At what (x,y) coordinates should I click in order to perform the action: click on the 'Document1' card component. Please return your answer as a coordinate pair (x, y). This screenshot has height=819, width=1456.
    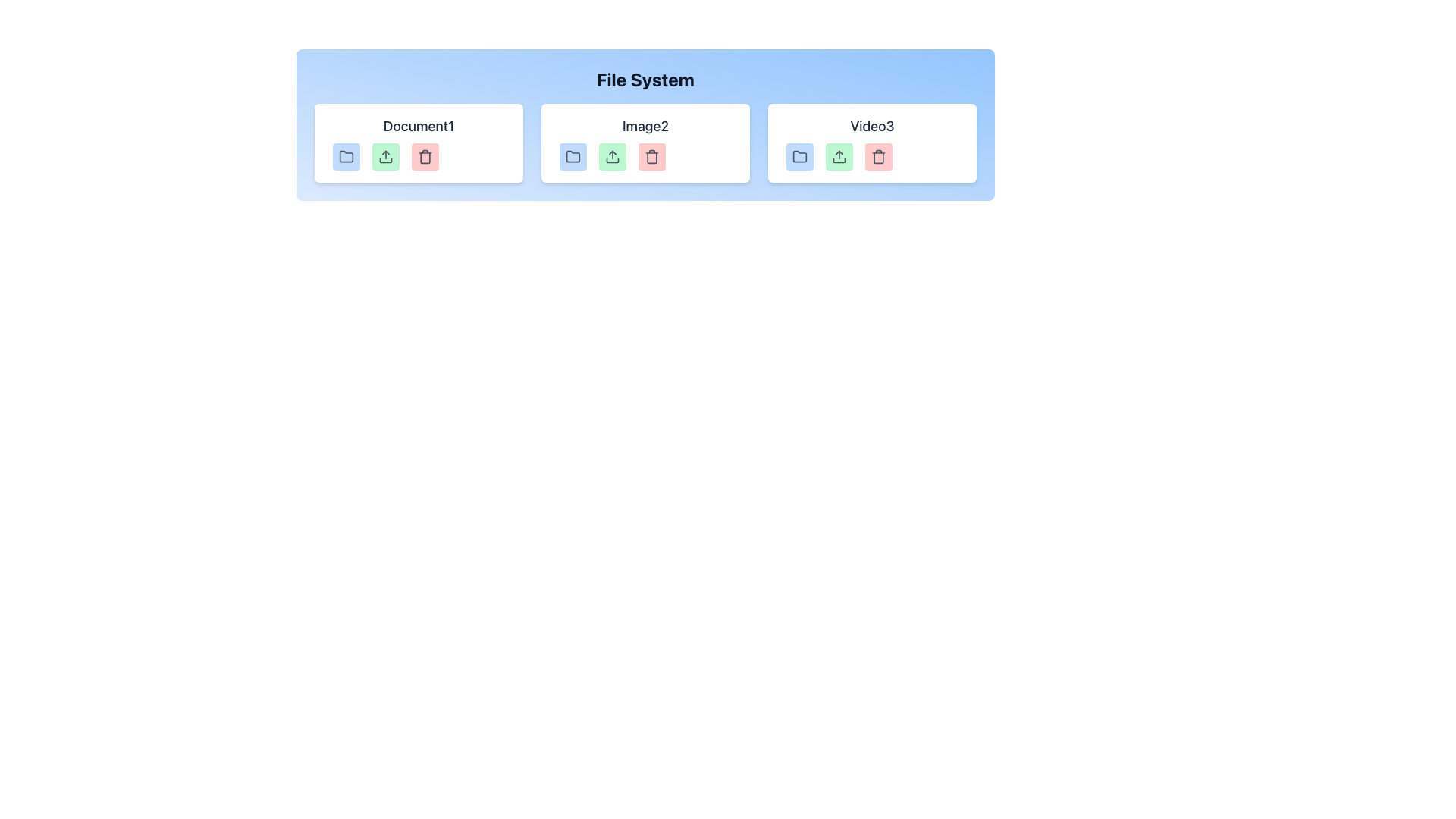
    Looking at the image, I should click on (419, 143).